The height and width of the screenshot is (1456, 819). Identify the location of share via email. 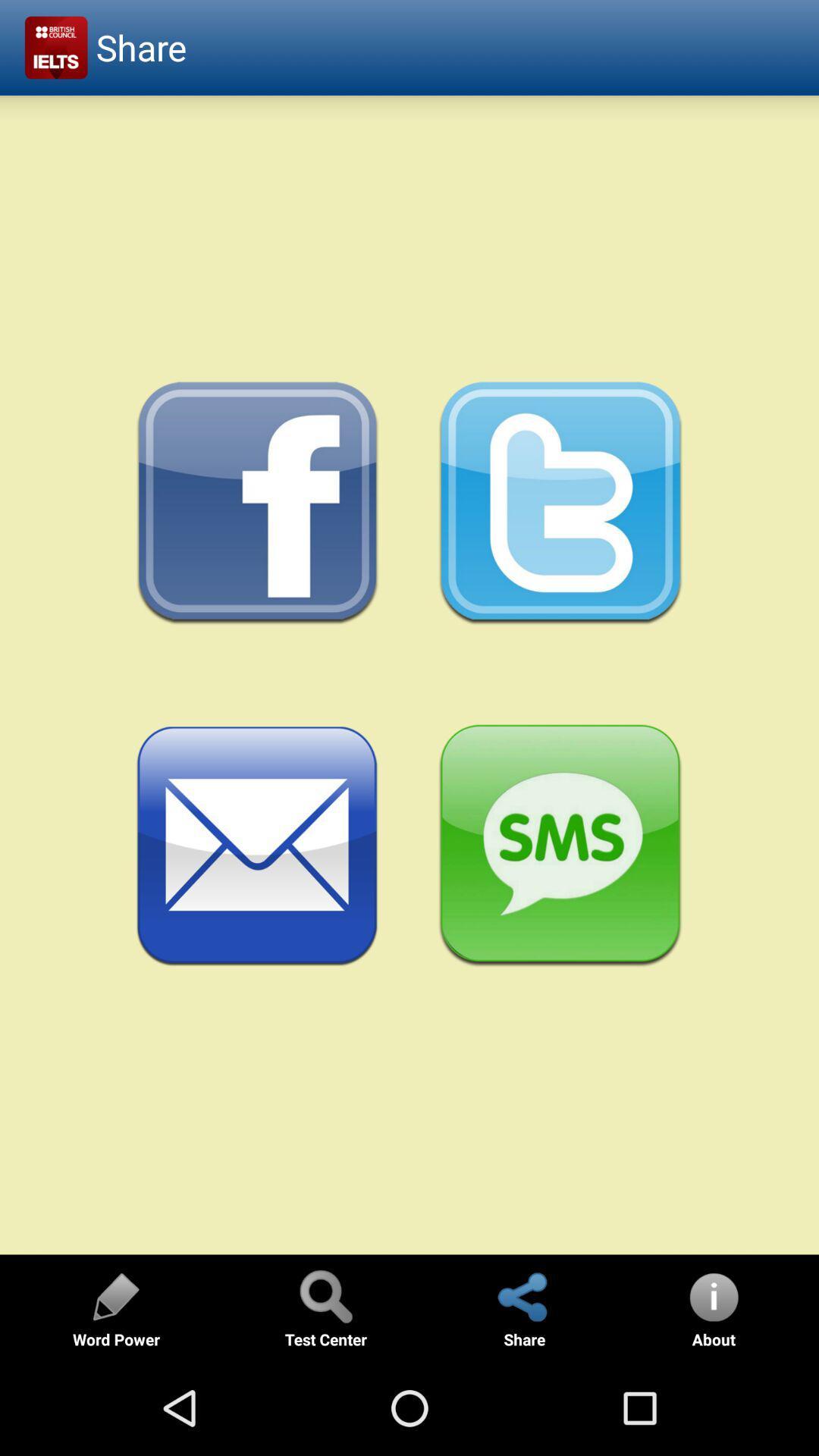
(257, 846).